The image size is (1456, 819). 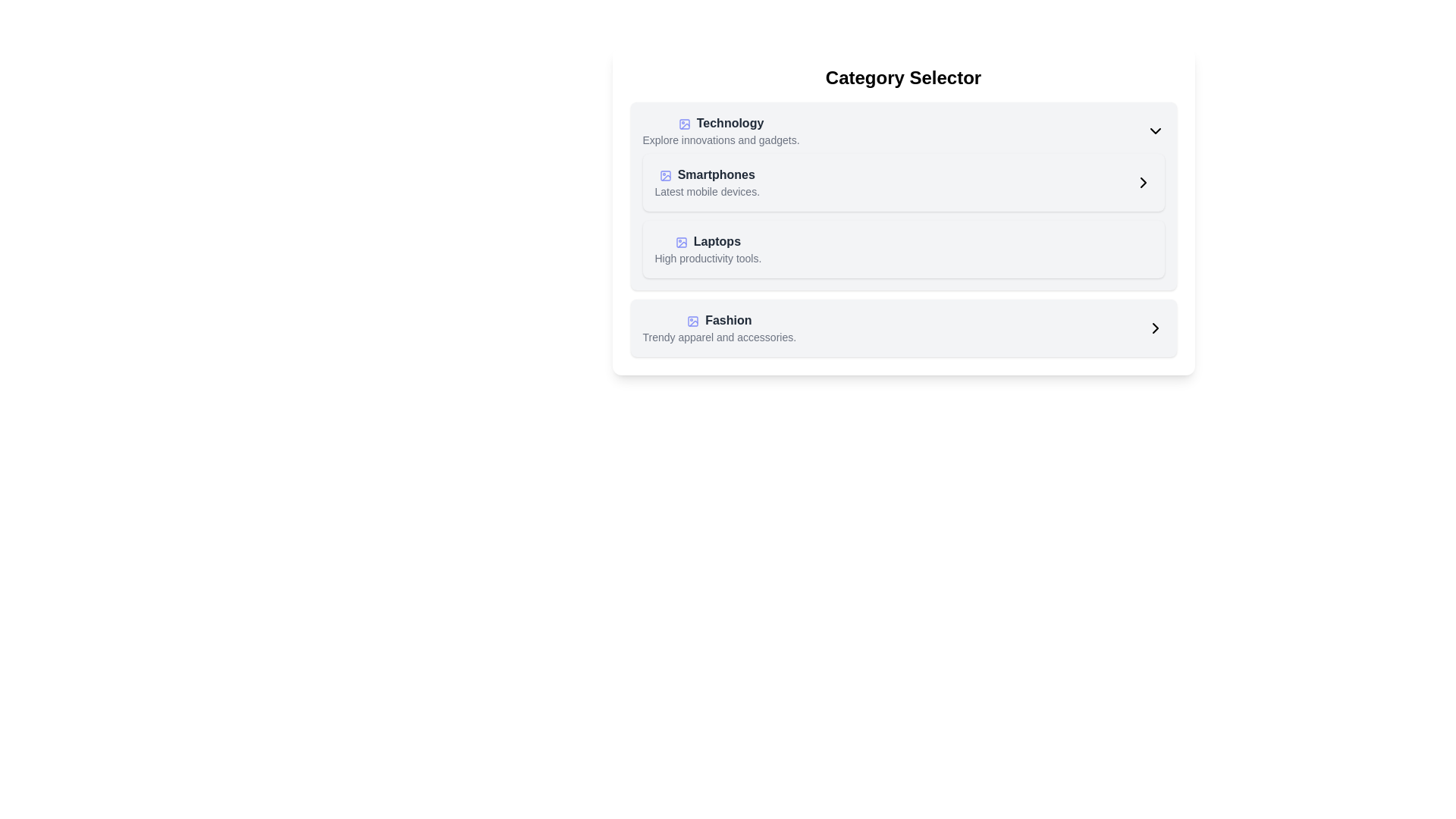 I want to click on the rounded rectangle SVG element located to the left of the 'Smartphones' text in the category selection list, so click(x=665, y=174).